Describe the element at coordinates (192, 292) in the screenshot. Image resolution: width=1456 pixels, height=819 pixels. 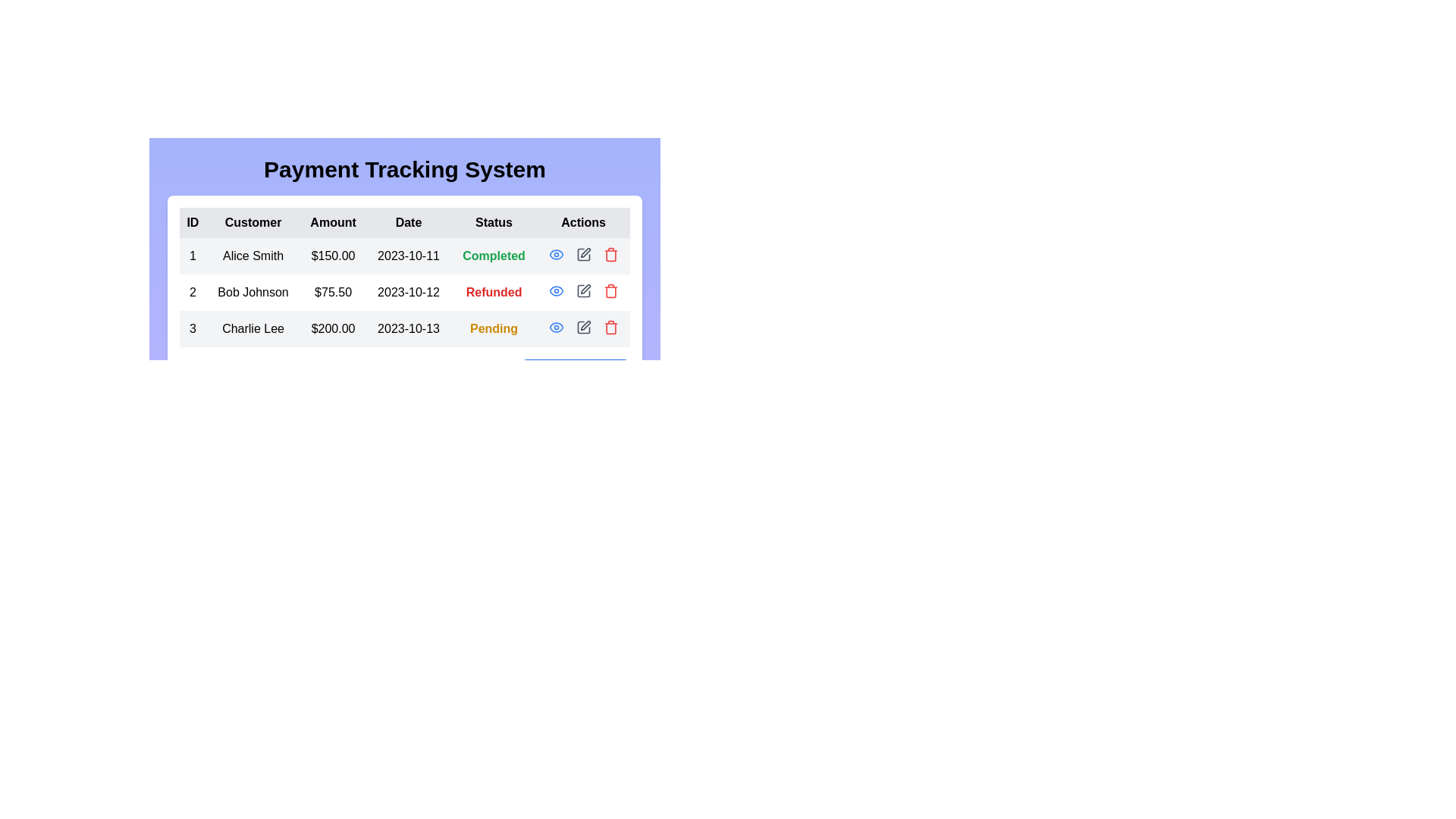
I see `text label that serves as a unique identifier for a specific record in the table, located at the start of the row under the 'ID' column header` at that location.